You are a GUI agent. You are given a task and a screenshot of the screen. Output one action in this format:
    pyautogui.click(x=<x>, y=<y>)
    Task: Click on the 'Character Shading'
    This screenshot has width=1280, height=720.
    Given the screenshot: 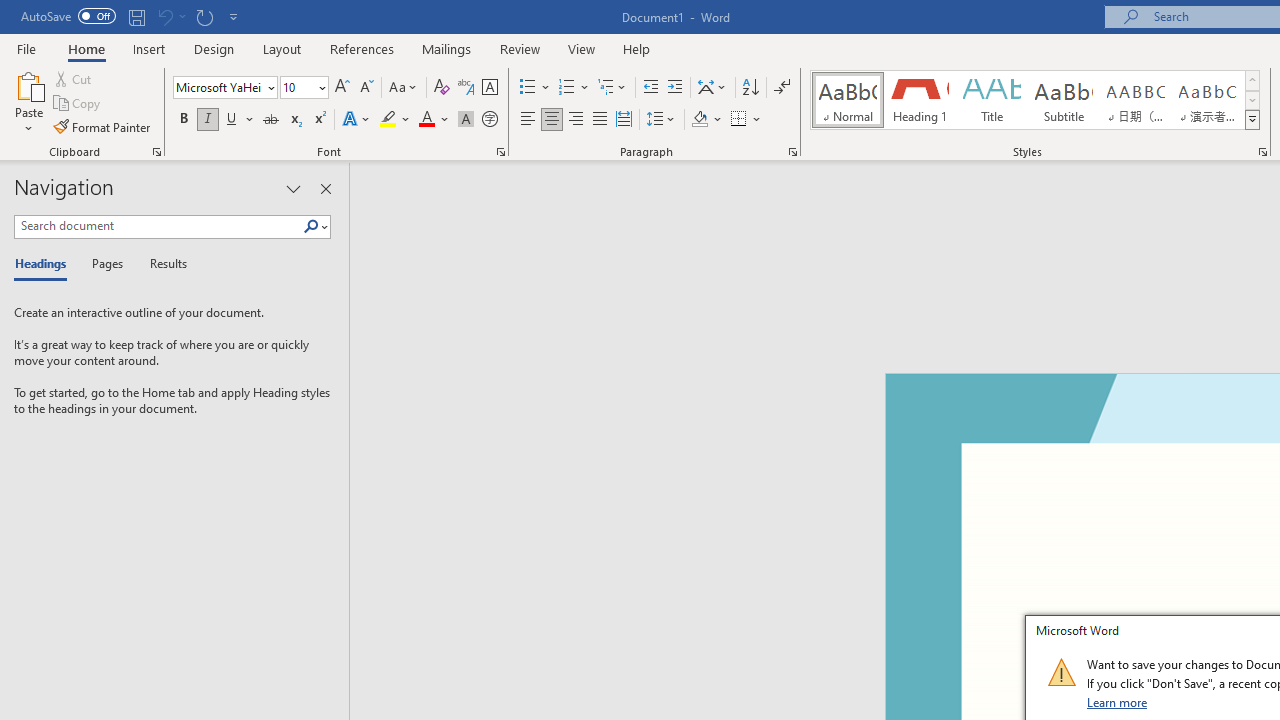 What is the action you would take?
    pyautogui.click(x=464, y=119)
    